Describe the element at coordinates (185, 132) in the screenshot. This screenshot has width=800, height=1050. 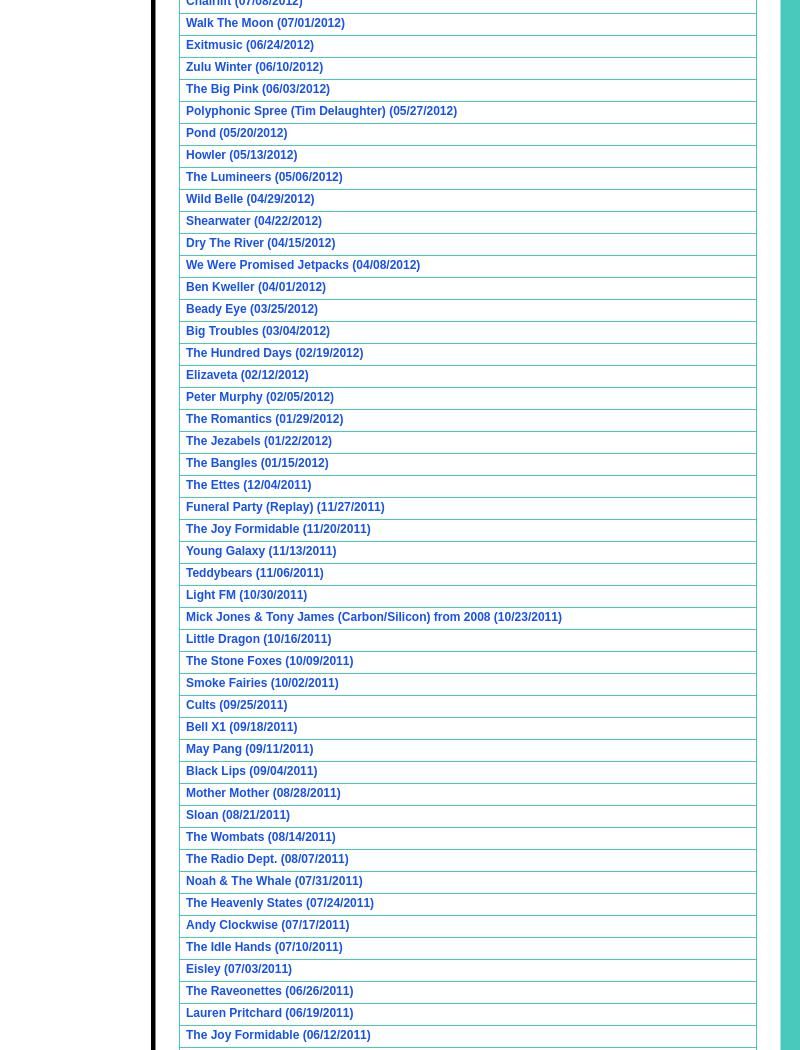
I see `'Pond (05/20/2012)'` at that location.